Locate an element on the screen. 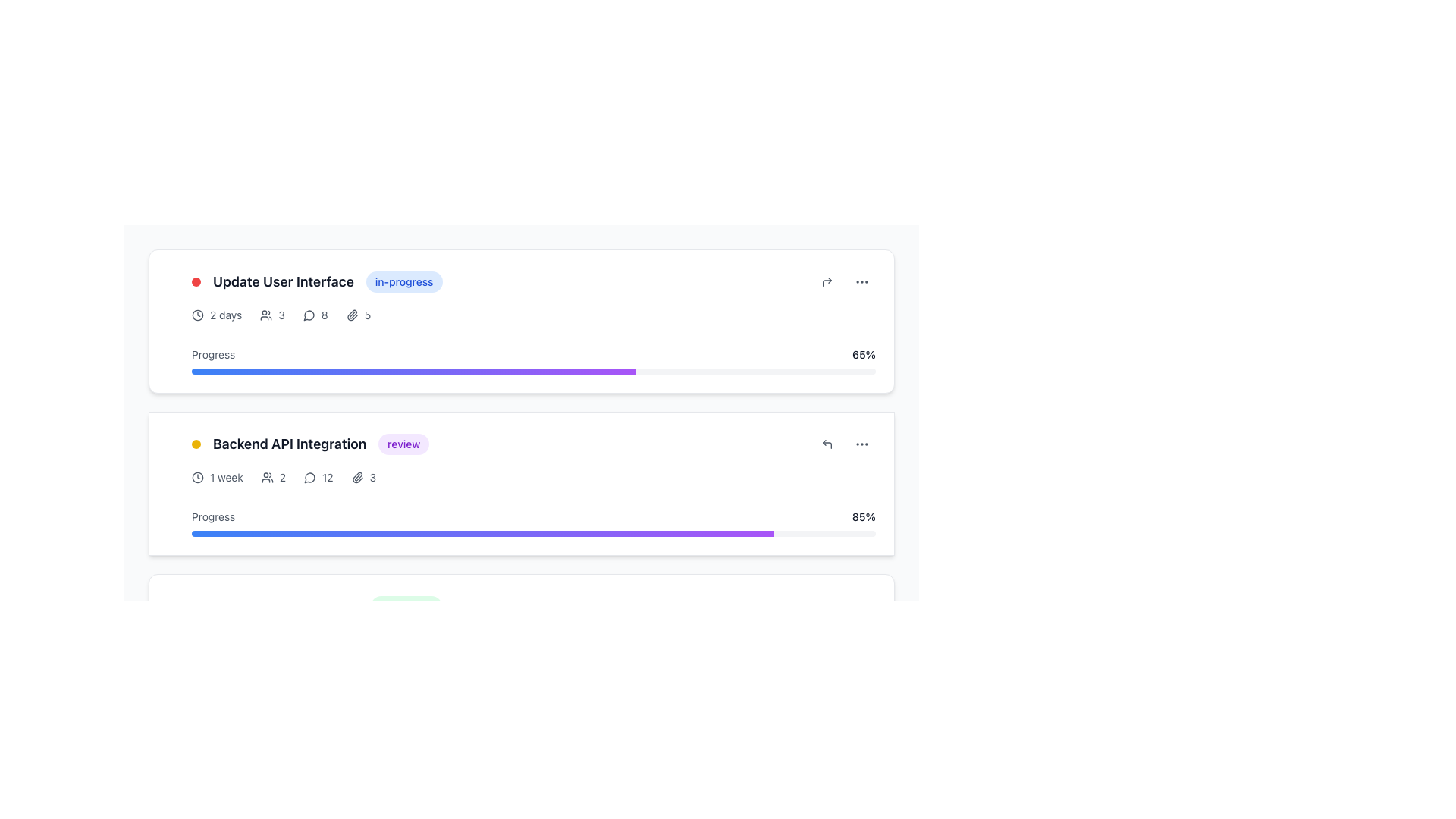  the ellipsis icon located in the top-right corner of the rectangular card layout is located at coordinates (862, 444).